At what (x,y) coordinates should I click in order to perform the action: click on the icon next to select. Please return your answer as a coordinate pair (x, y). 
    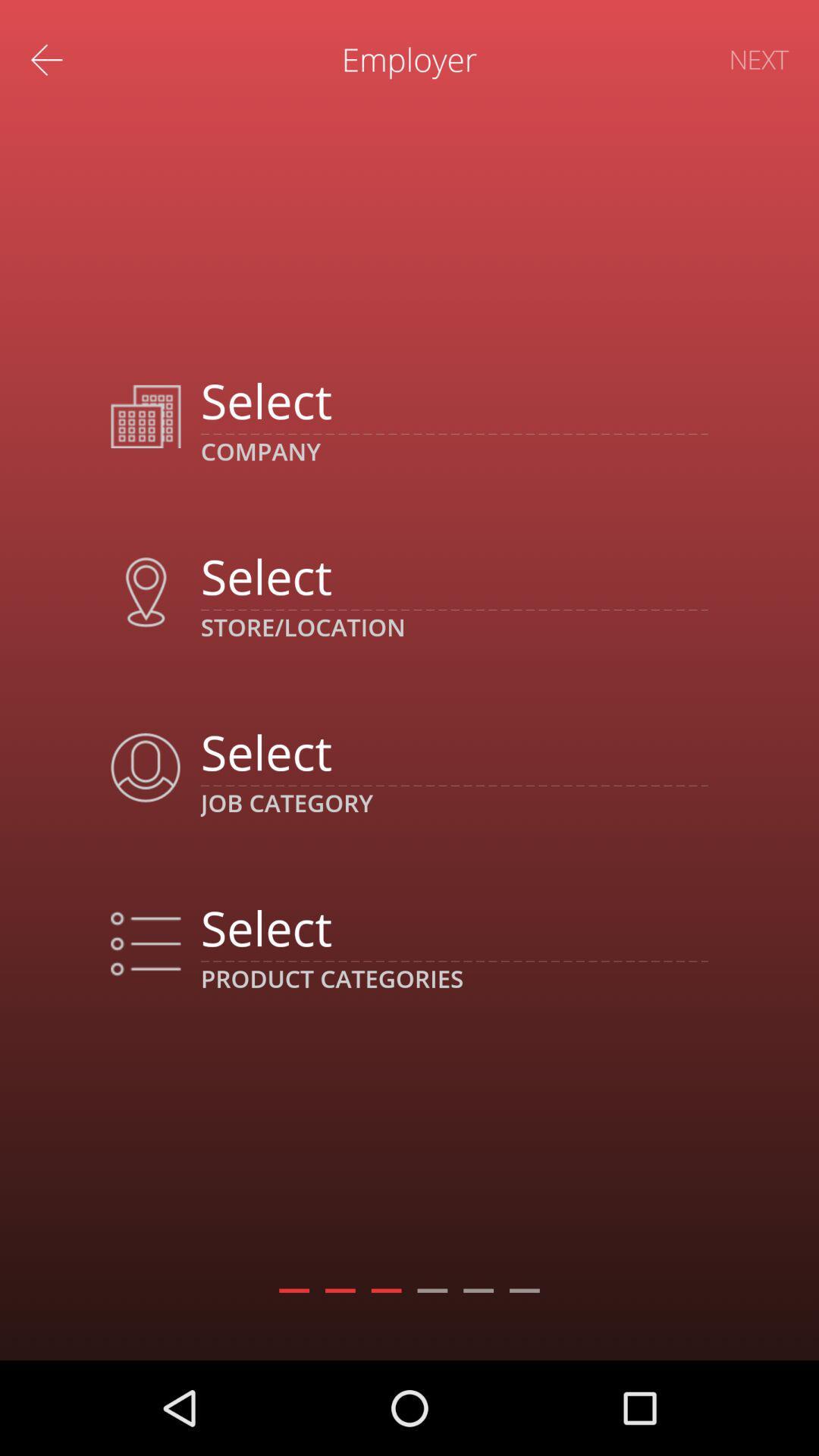
    Looking at the image, I should click on (146, 943).